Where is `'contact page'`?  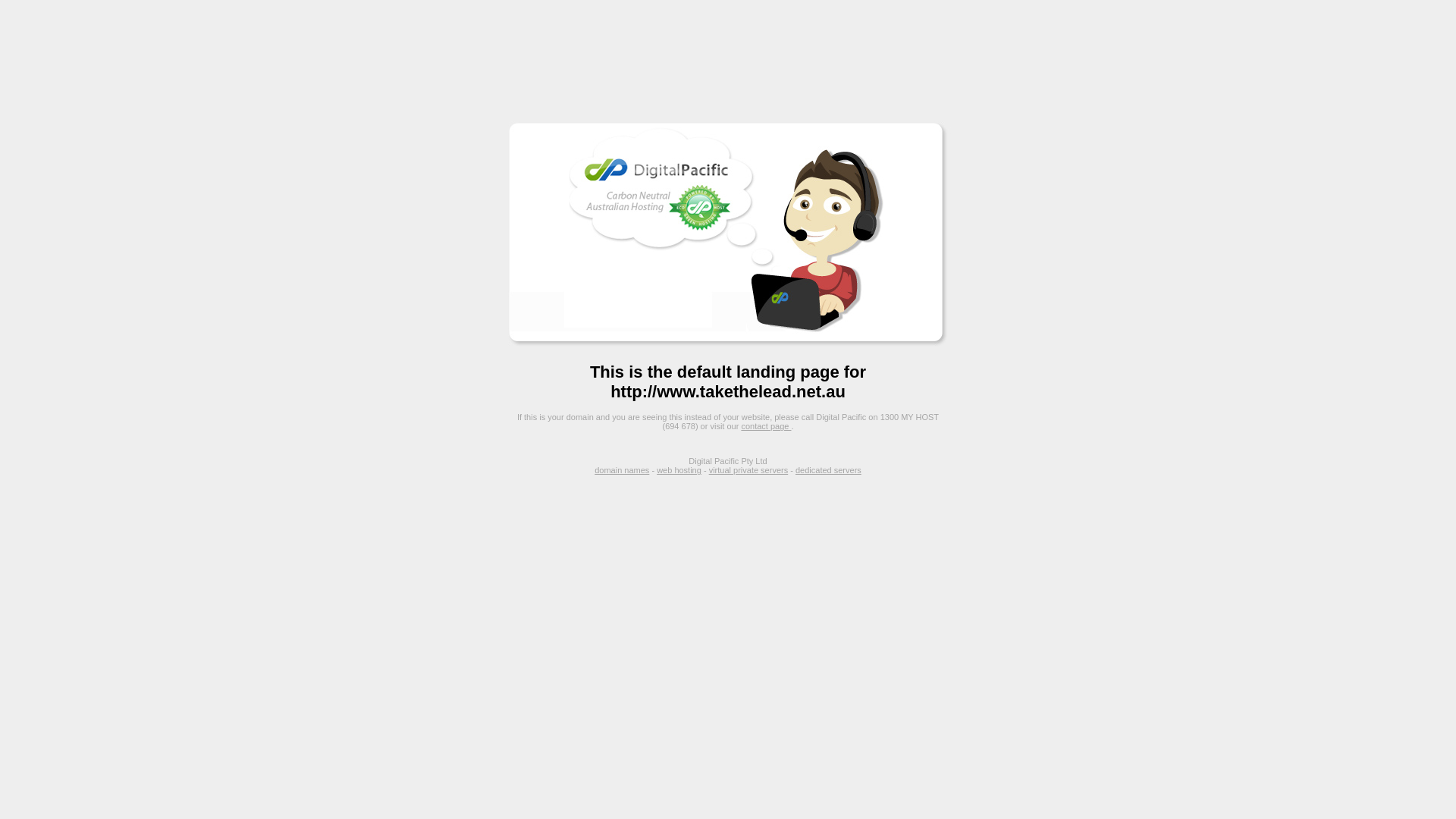
'contact page' is located at coordinates (765, 426).